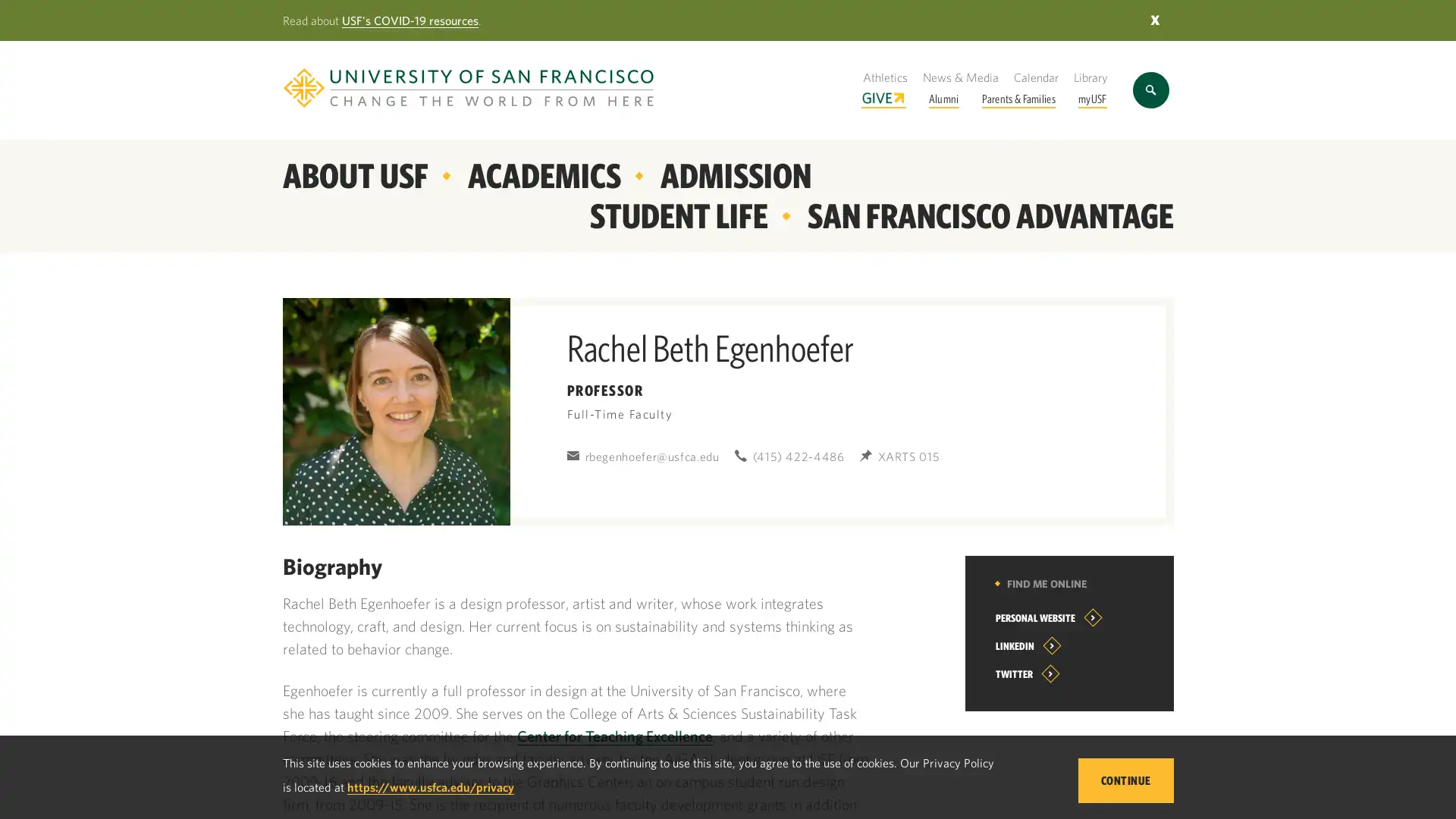 The height and width of the screenshot is (819, 1456). Describe the element at coordinates (1150, 90) in the screenshot. I see `Site Search` at that location.